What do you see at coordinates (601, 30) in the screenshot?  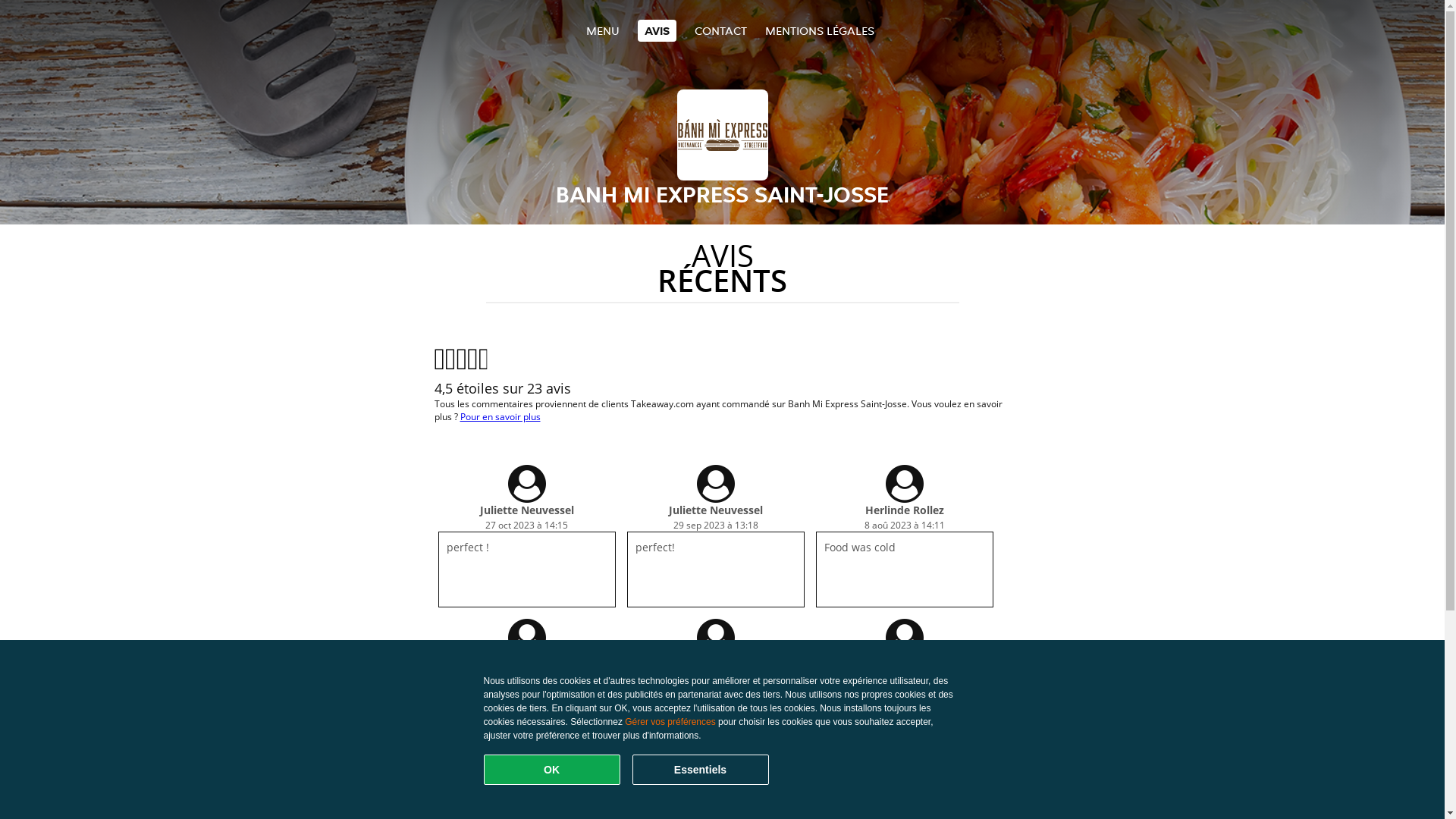 I see `'MENU'` at bounding box center [601, 30].